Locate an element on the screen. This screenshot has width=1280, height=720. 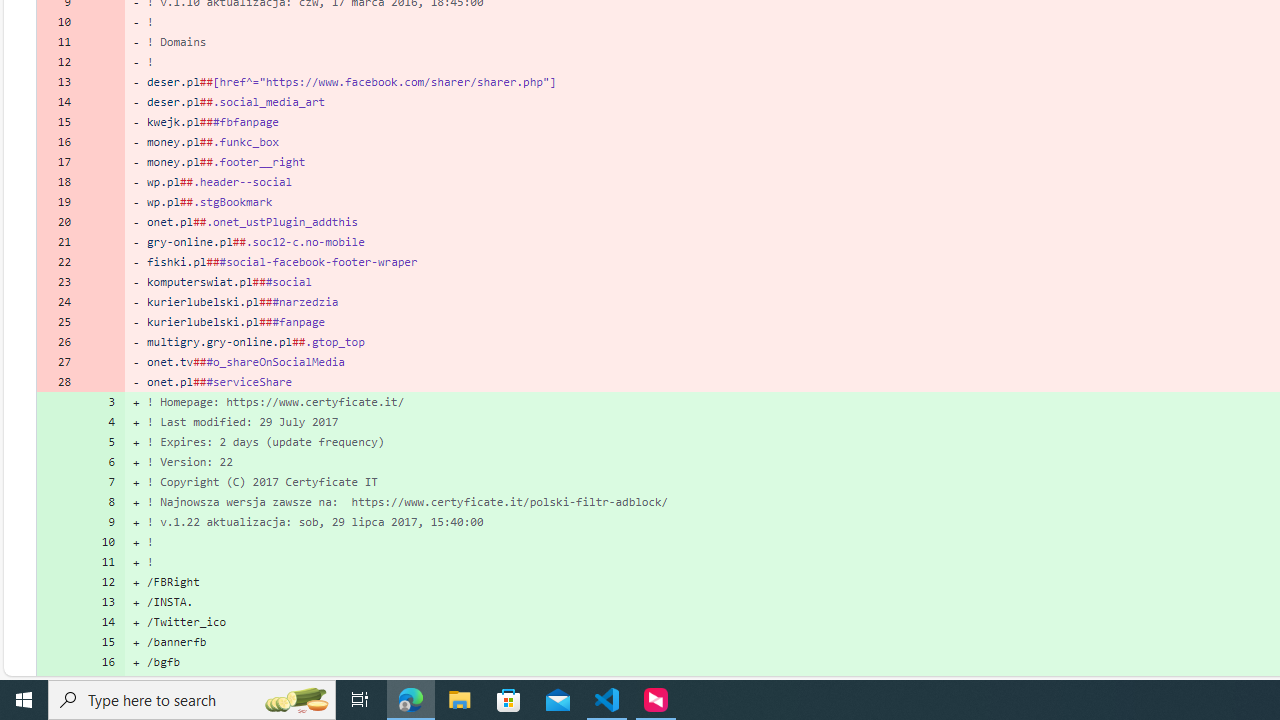
'3' is located at coordinates (102, 401).